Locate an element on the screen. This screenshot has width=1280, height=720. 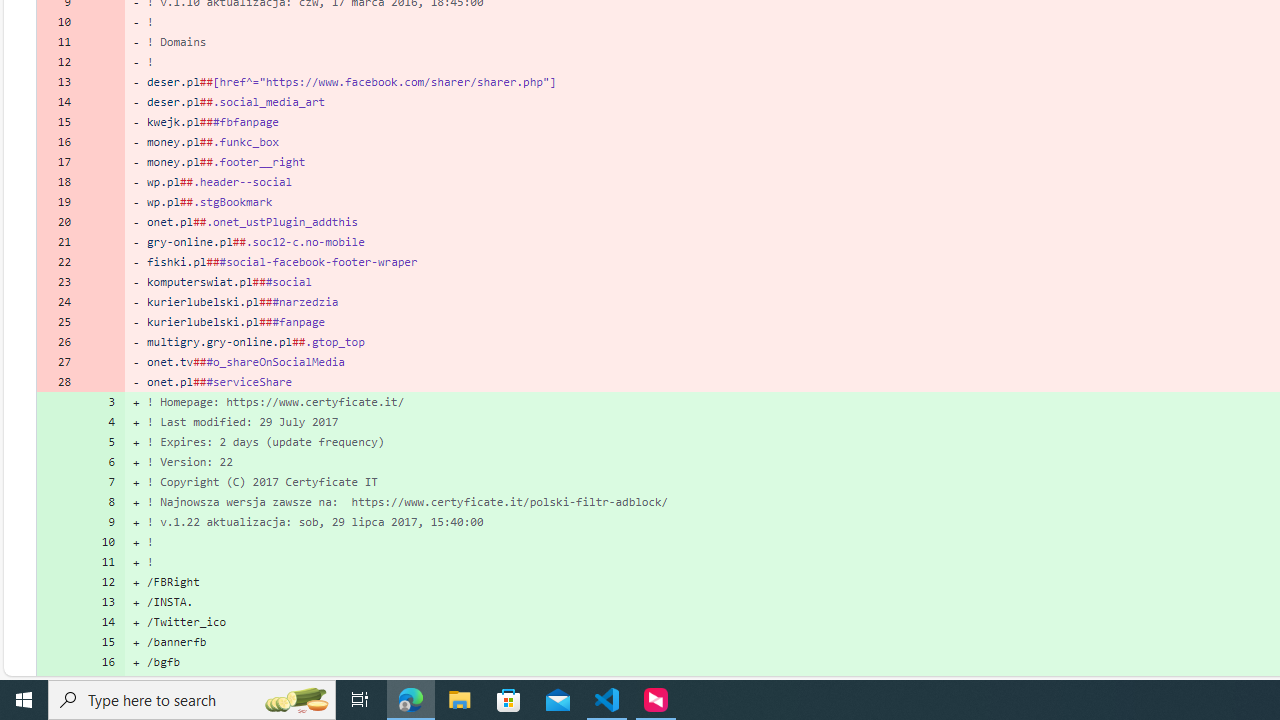
'3' is located at coordinates (102, 401).